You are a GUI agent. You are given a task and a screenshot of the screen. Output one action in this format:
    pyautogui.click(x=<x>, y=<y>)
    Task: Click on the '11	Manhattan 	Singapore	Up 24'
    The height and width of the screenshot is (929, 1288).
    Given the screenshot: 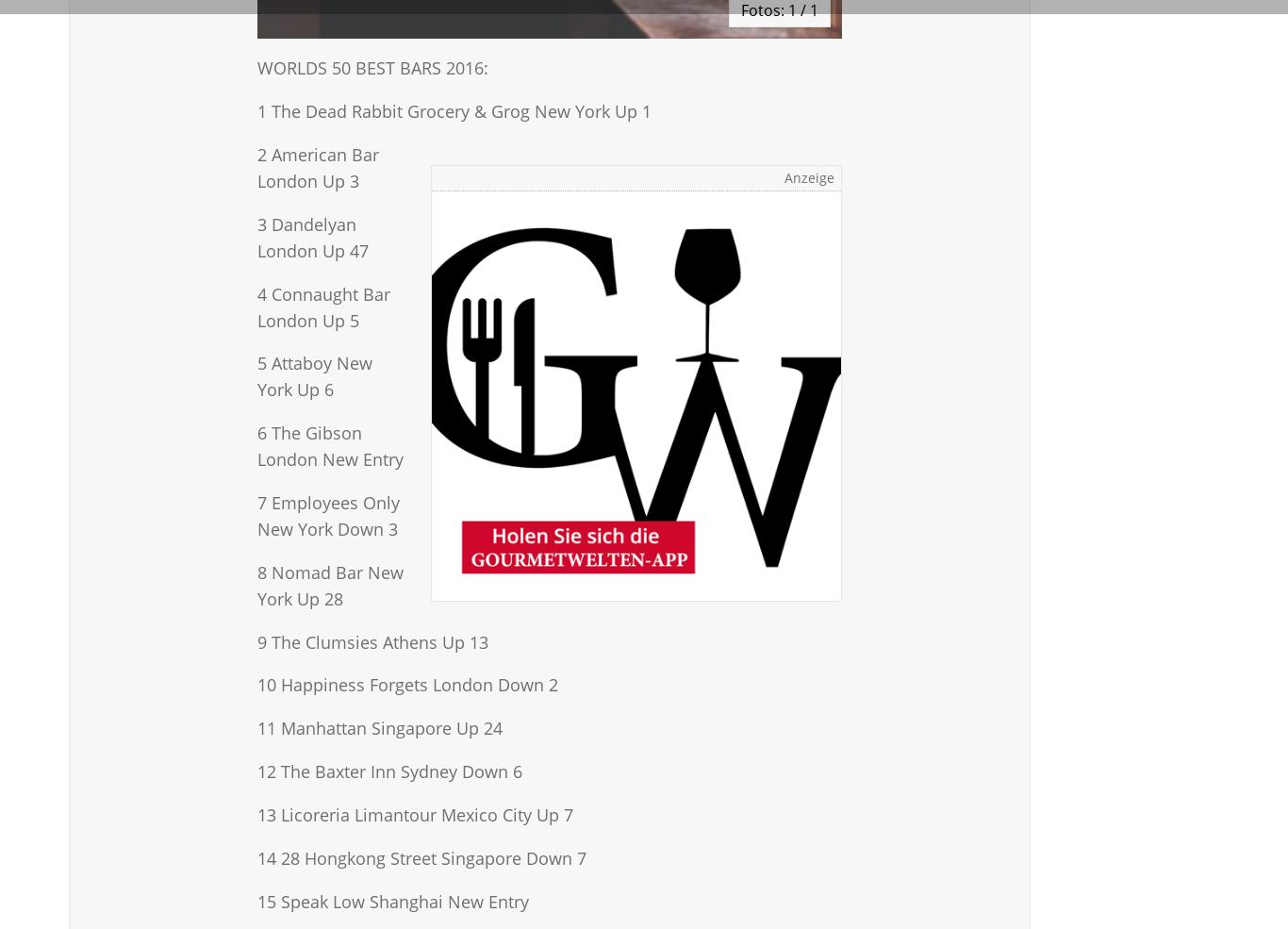 What is the action you would take?
    pyautogui.click(x=378, y=728)
    